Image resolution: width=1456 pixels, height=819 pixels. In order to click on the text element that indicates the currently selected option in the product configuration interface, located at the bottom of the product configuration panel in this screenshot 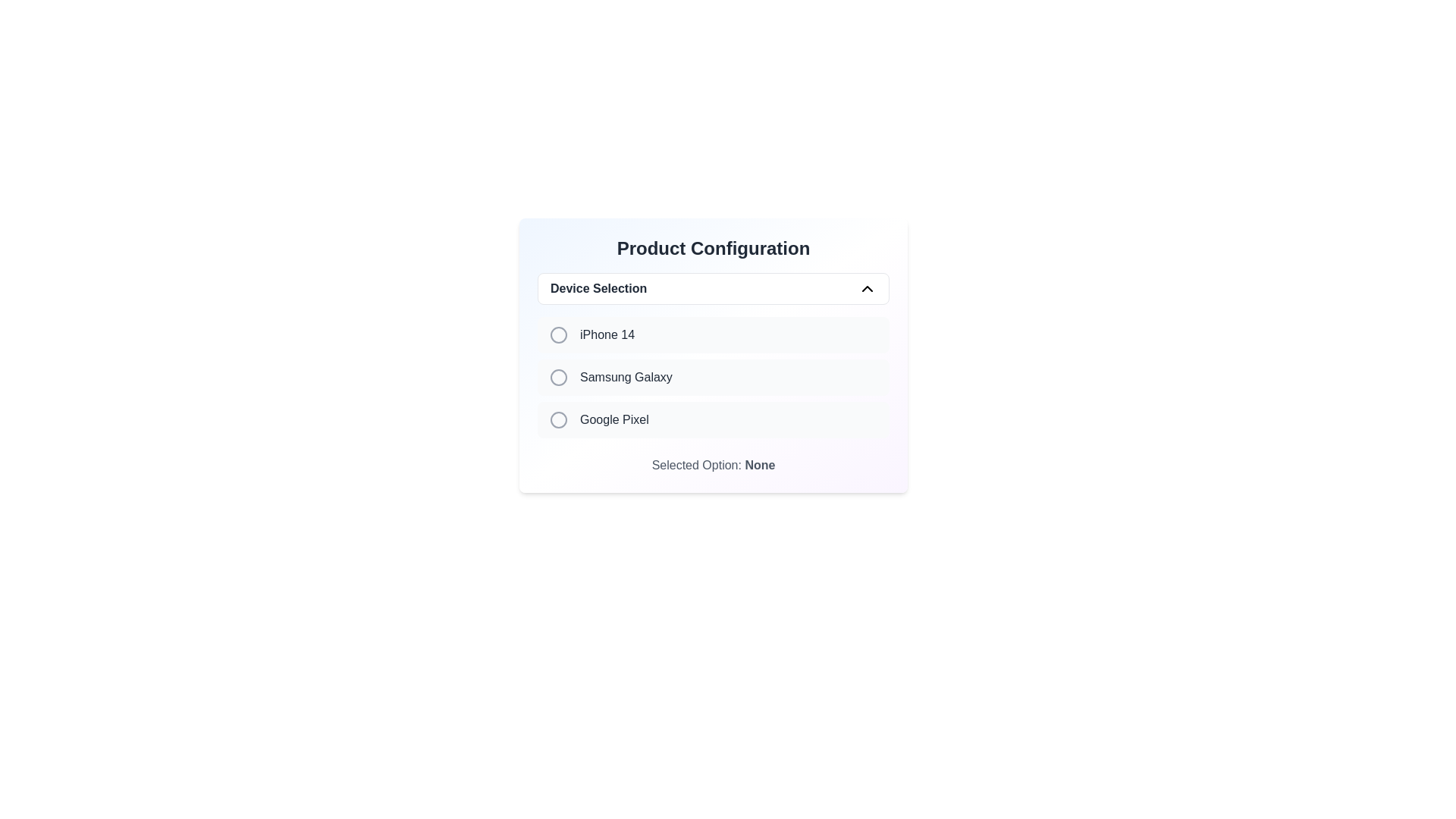, I will do `click(712, 464)`.